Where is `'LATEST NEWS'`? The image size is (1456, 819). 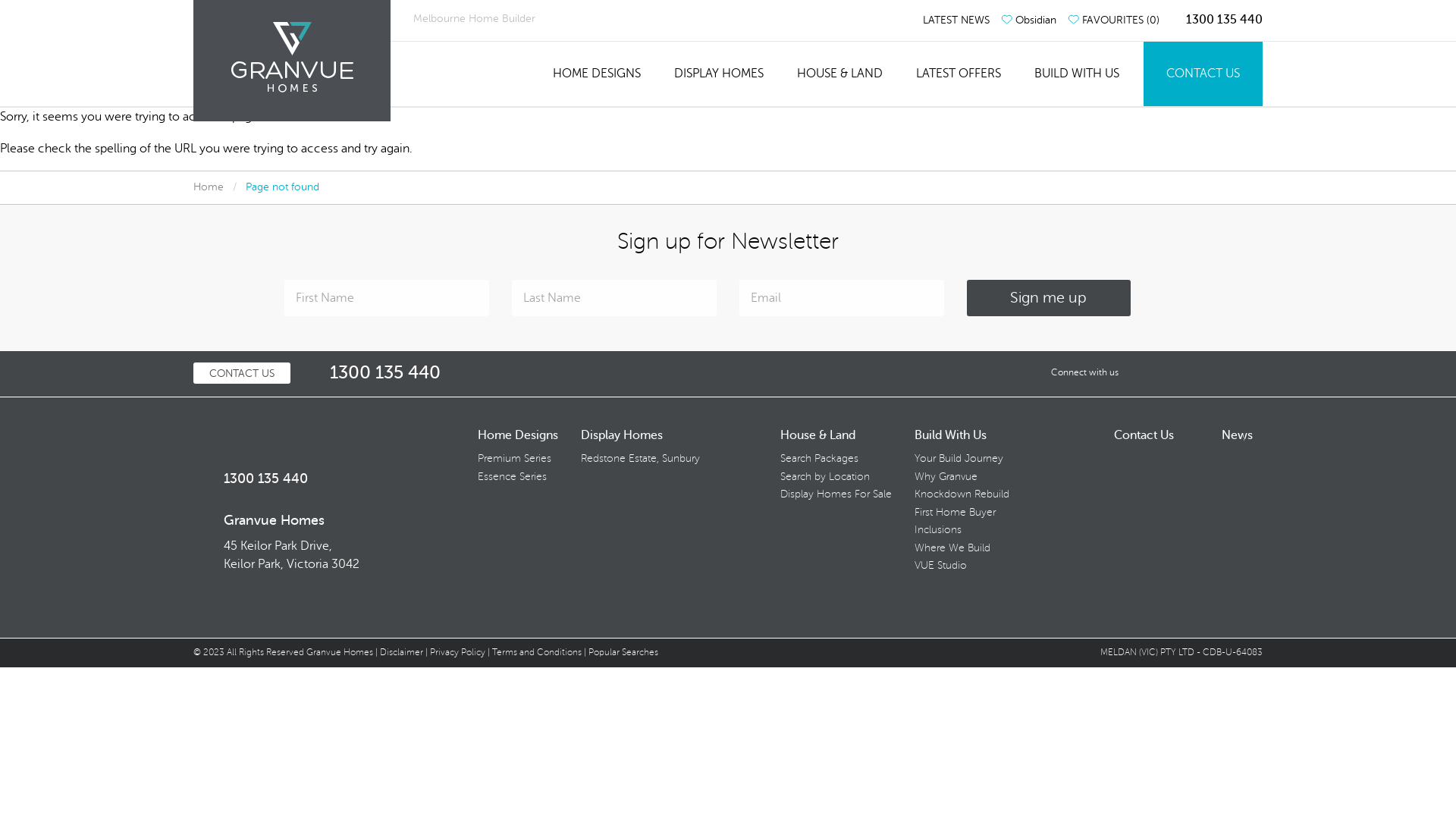 'LATEST NEWS' is located at coordinates (949, 20).